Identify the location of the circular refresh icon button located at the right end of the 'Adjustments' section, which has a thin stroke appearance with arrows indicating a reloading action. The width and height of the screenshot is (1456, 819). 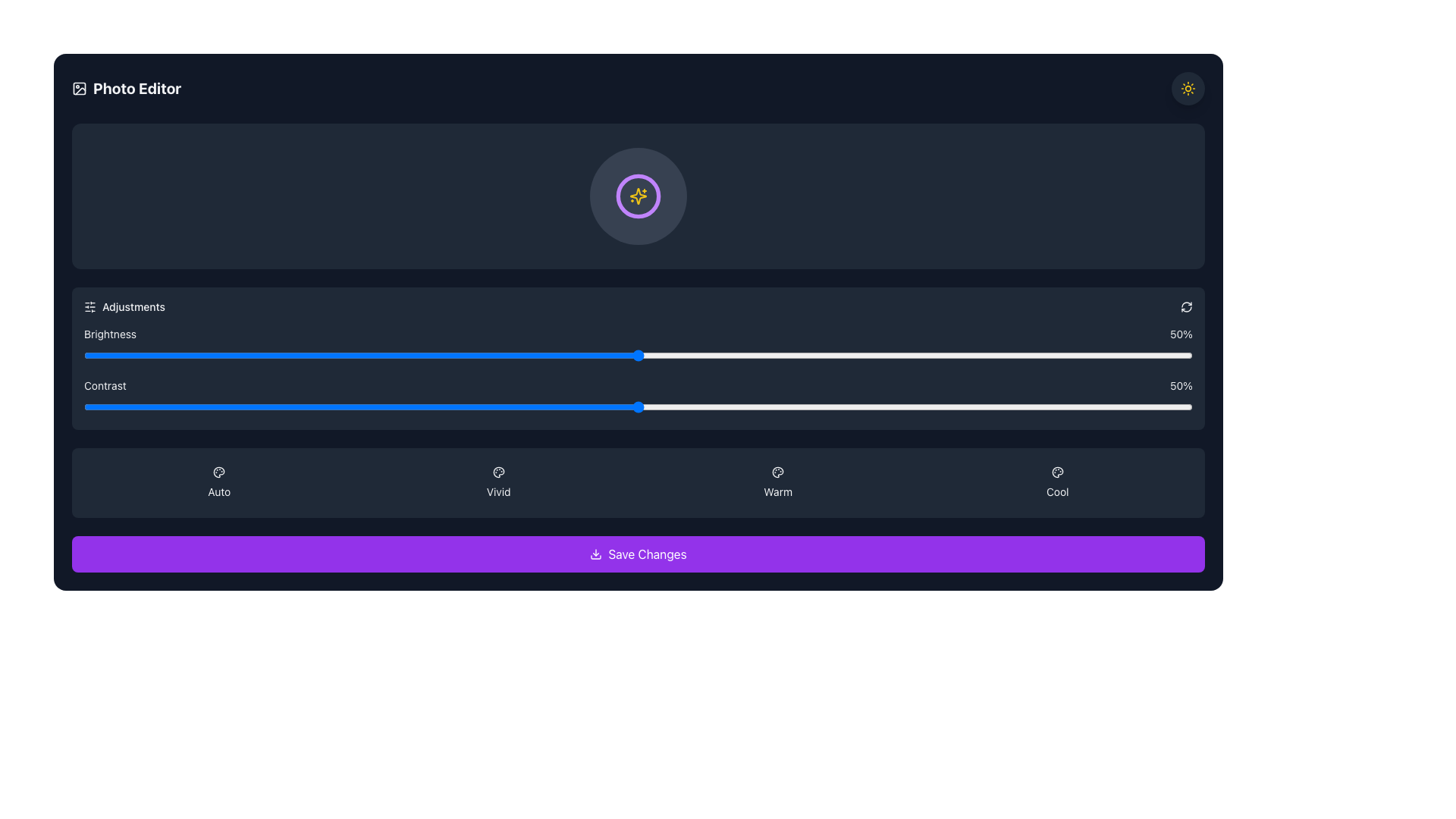
(1185, 307).